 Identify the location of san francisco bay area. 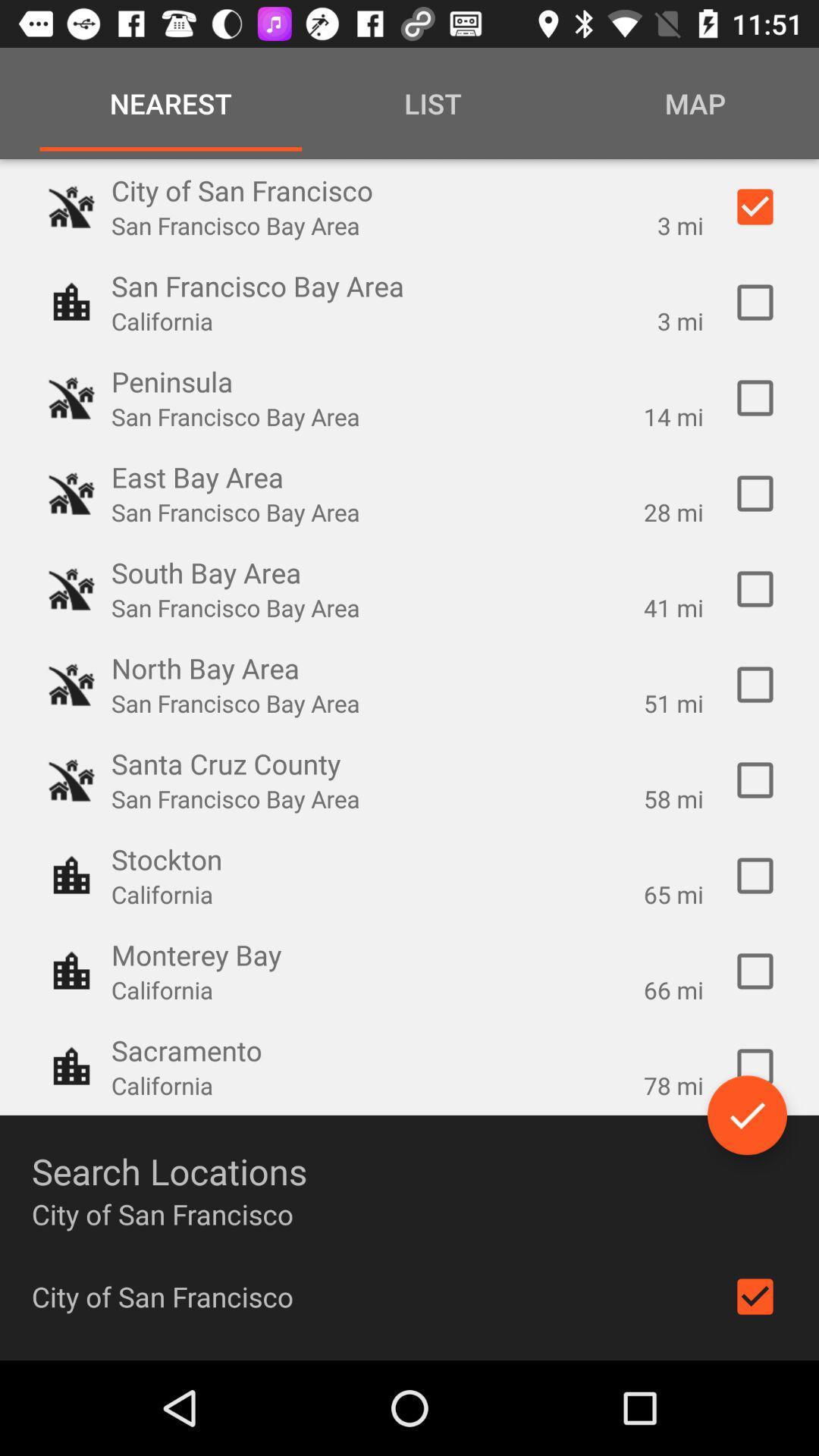
(755, 302).